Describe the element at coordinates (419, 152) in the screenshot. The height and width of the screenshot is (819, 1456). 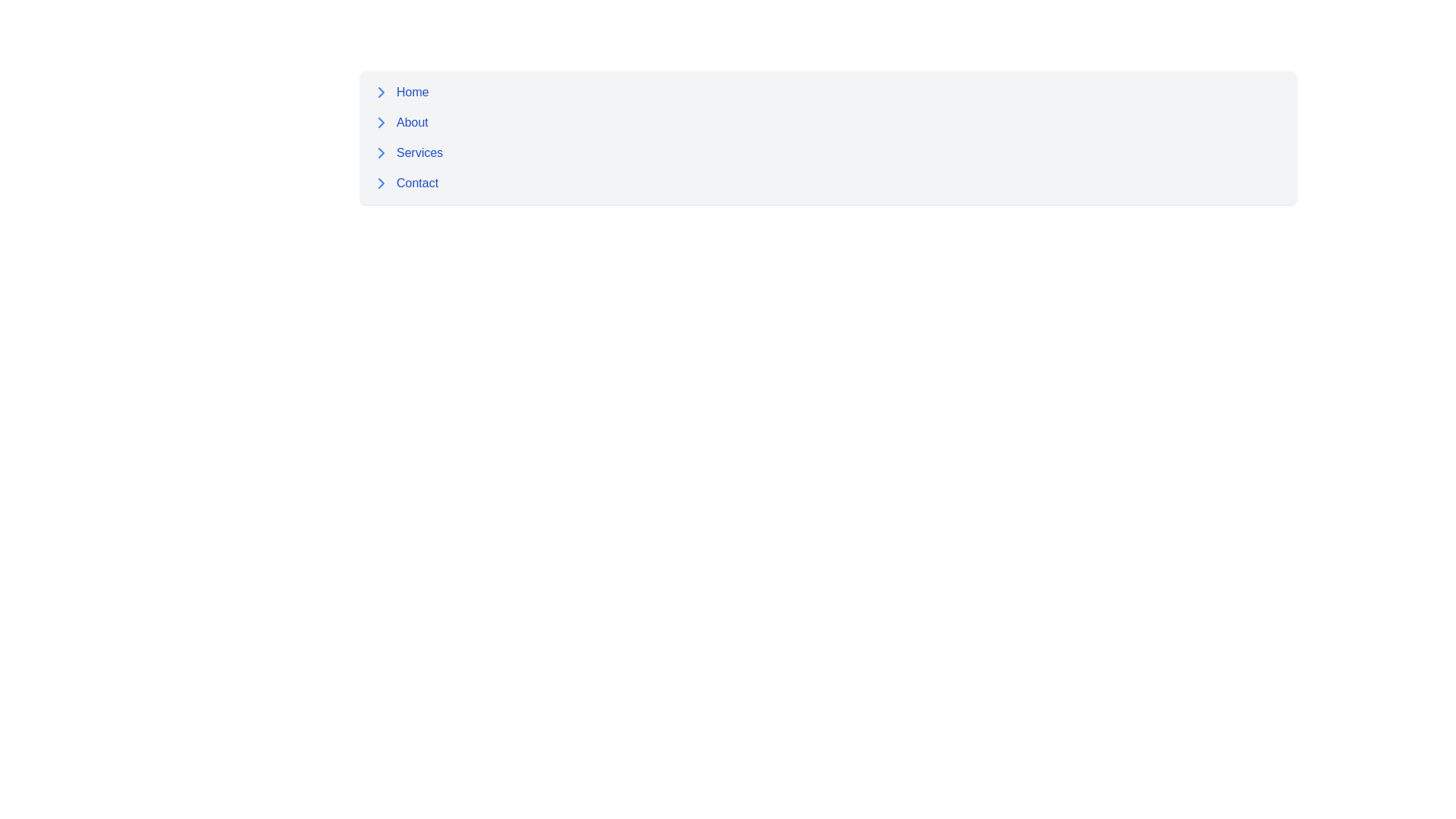
I see `the third navigational link in the menu to trigger the underline appearance` at that location.